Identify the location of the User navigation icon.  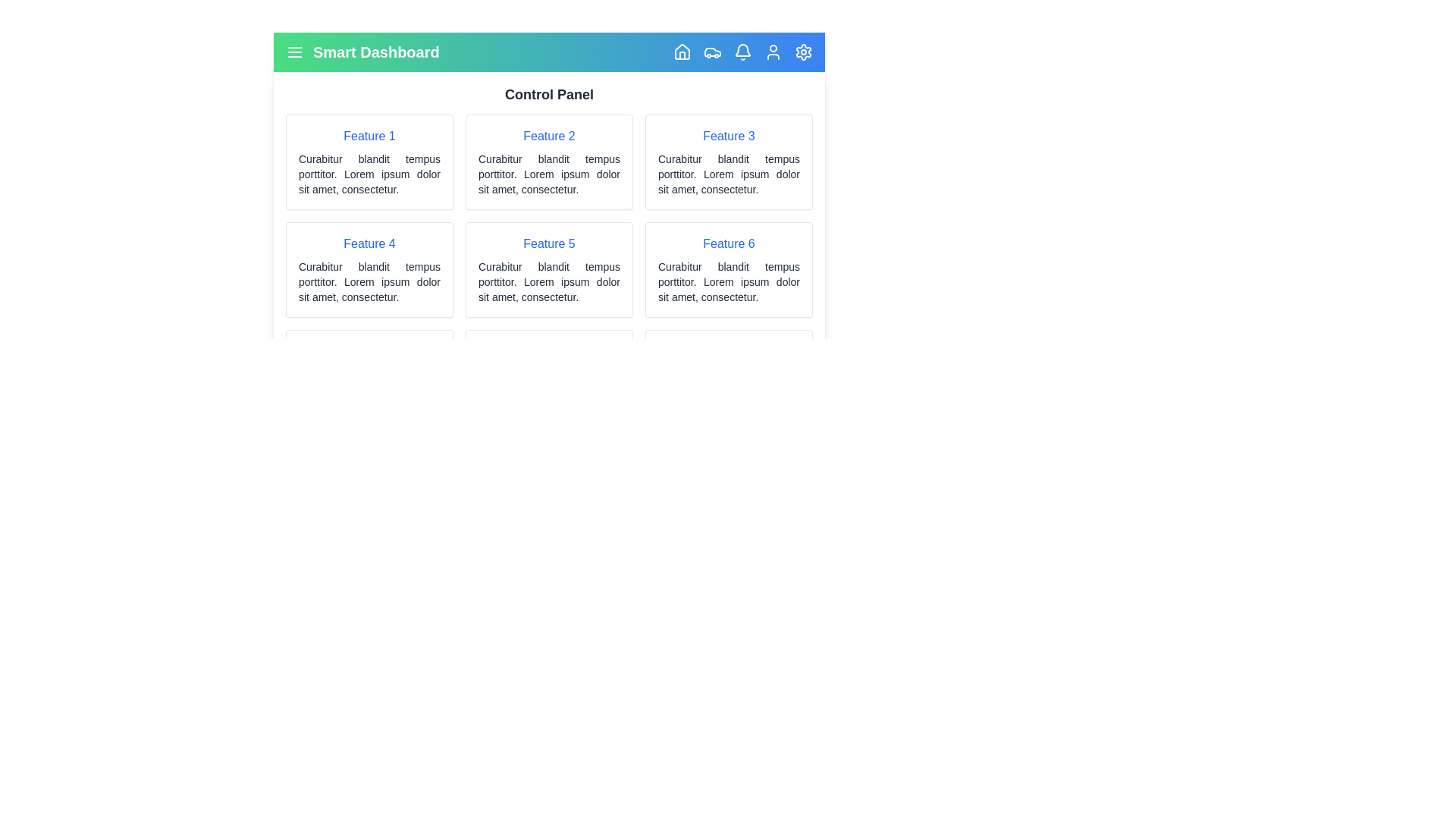
(773, 52).